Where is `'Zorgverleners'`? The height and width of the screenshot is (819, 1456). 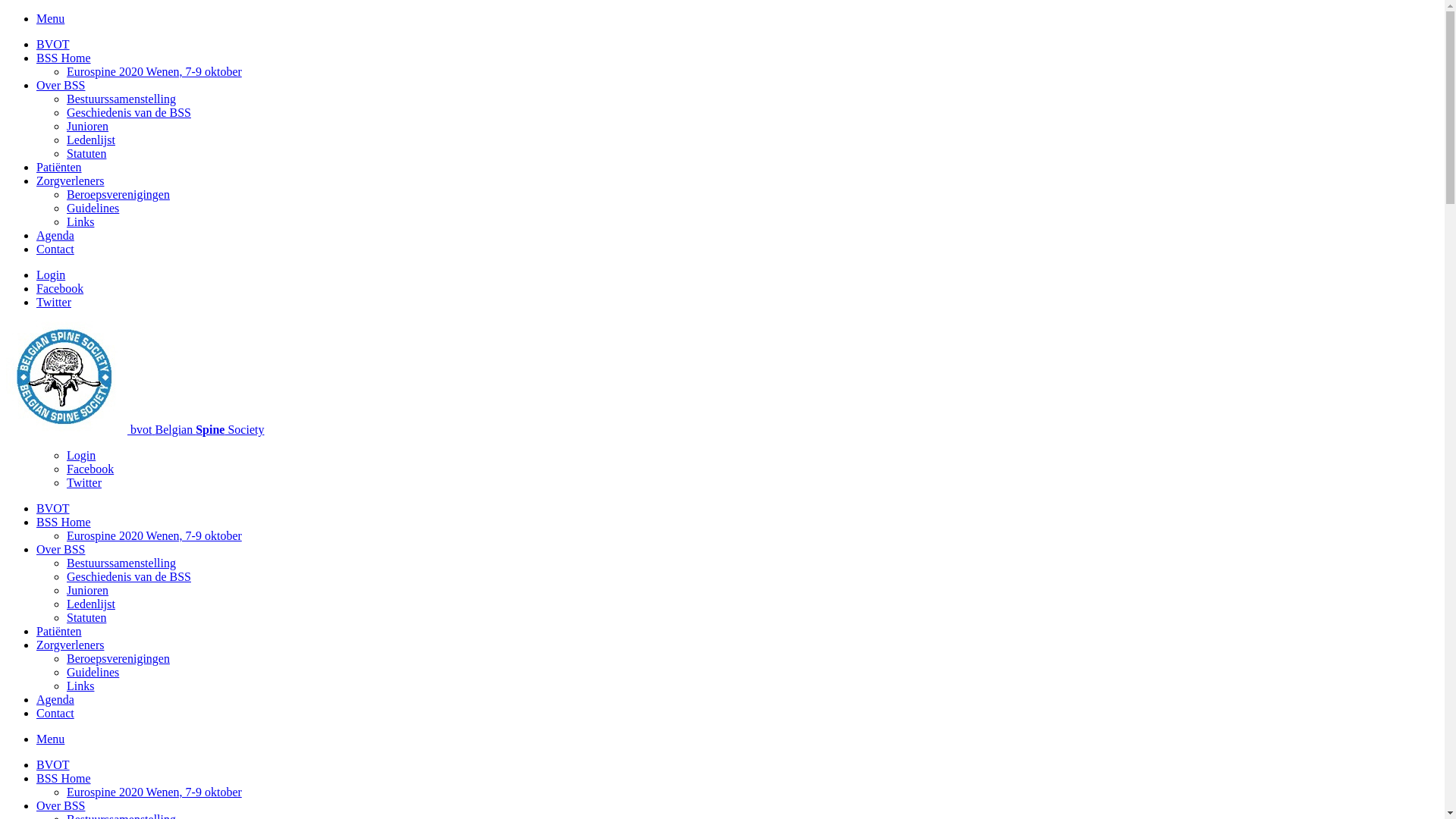
'Zorgverleners' is located at coordinates (69, 180).